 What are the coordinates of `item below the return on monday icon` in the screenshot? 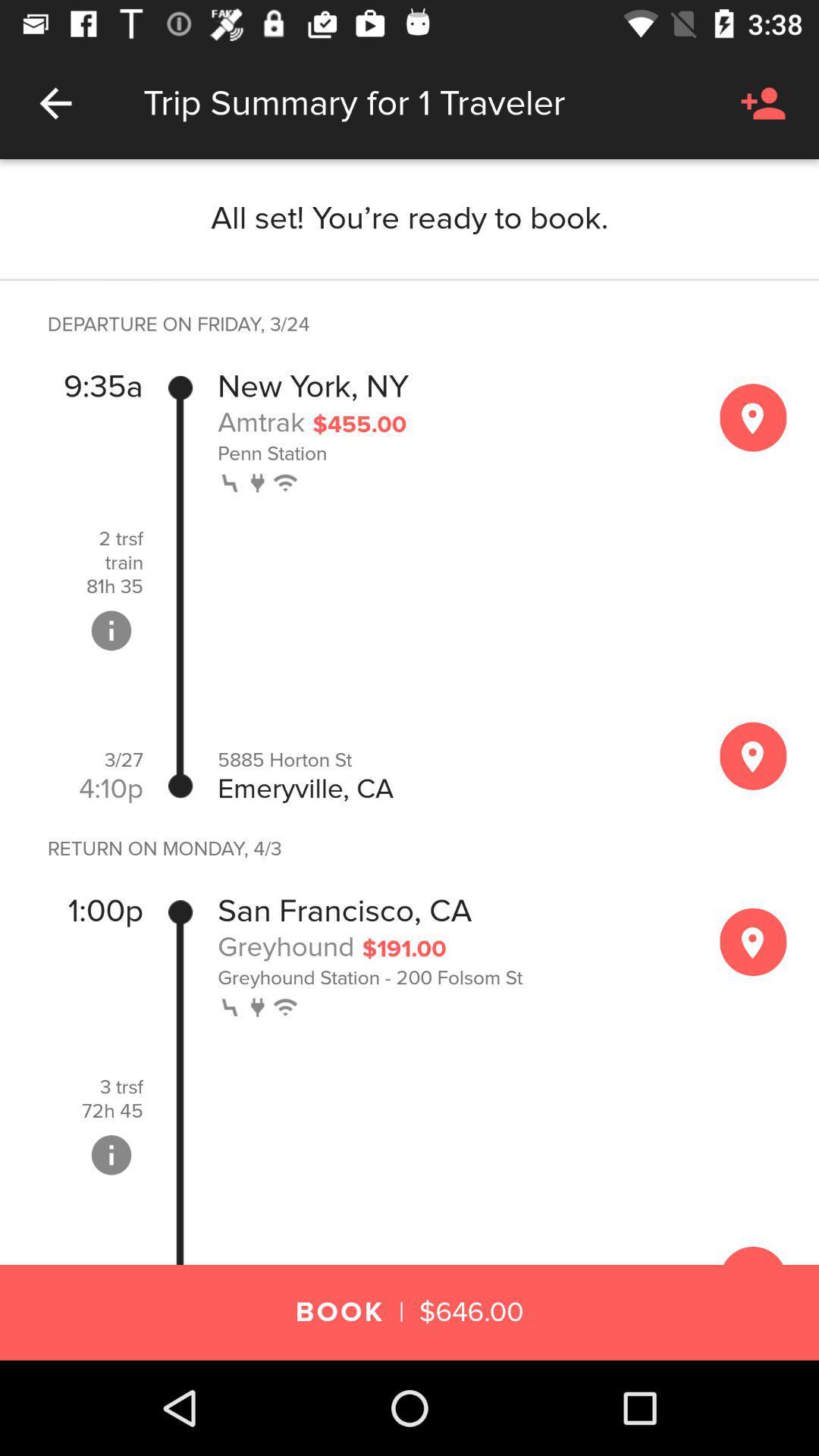 It's located at (105, 910).